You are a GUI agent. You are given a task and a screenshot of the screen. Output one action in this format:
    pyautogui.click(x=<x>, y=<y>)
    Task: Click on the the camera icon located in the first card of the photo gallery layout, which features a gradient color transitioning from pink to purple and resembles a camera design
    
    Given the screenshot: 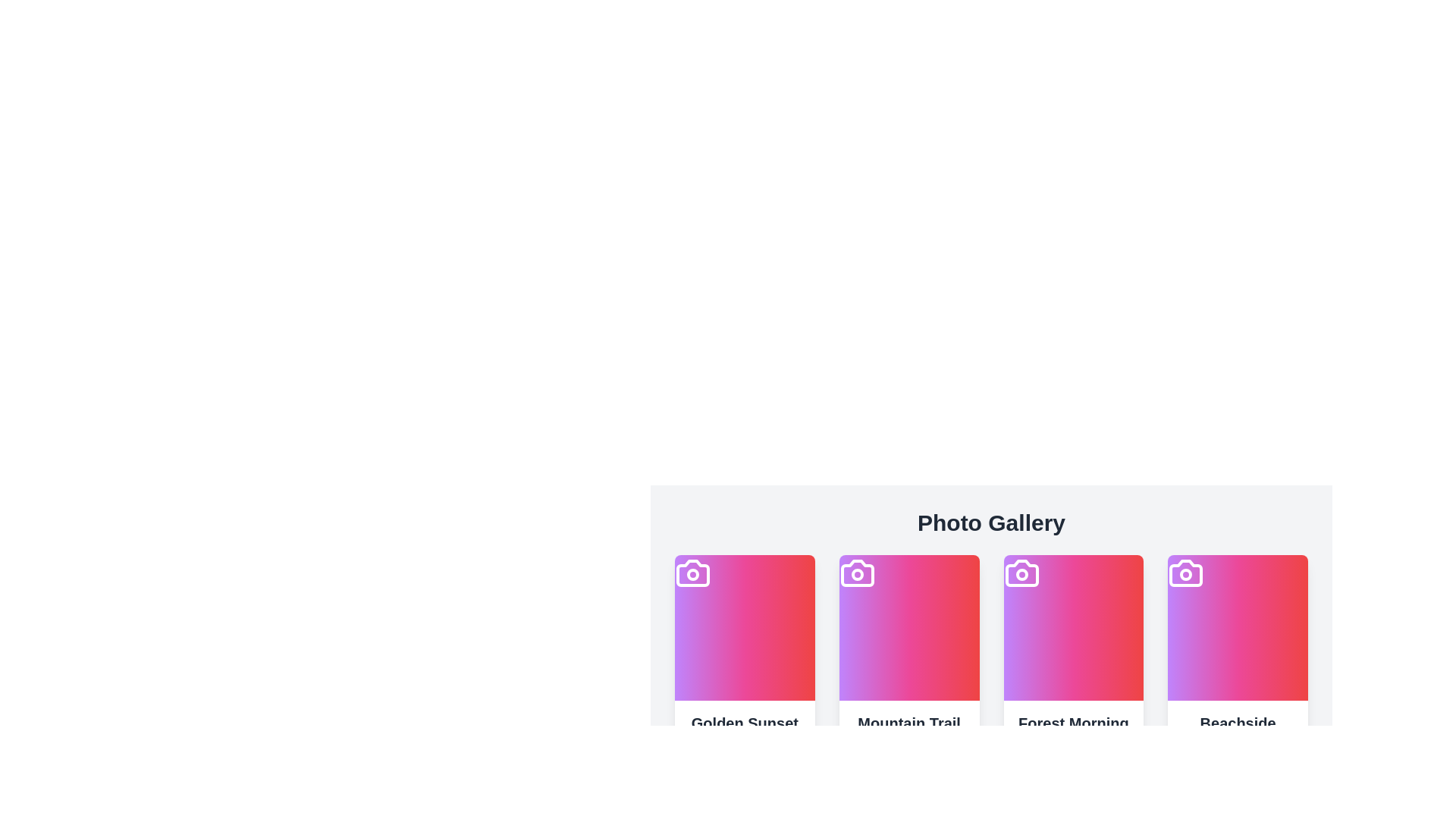 What is the action you would take?
    pyautogui.click(x=692, y=573)
    